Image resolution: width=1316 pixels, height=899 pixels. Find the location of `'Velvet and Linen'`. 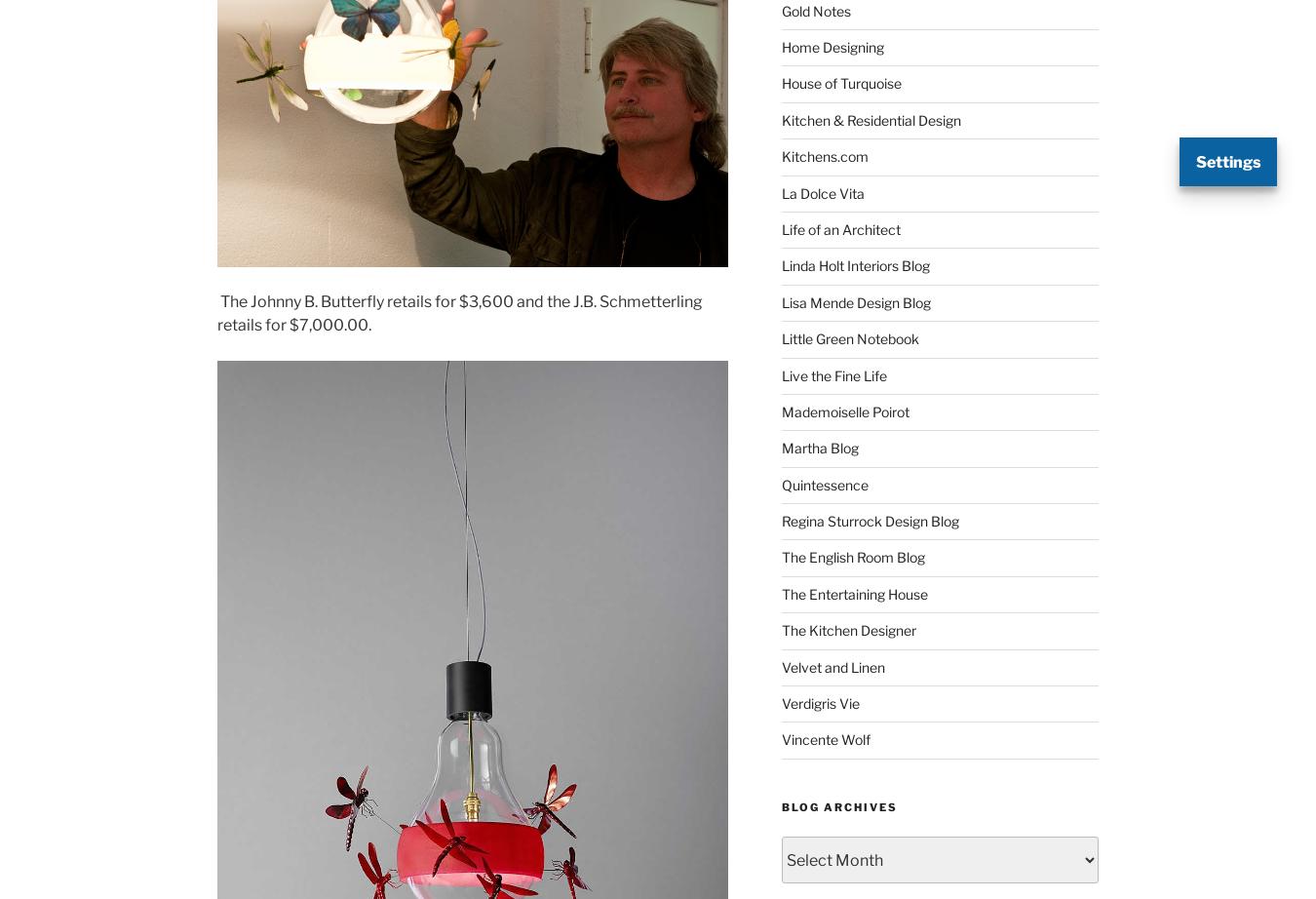

'Velvet and Linen' is located at coordinates (780, 666).